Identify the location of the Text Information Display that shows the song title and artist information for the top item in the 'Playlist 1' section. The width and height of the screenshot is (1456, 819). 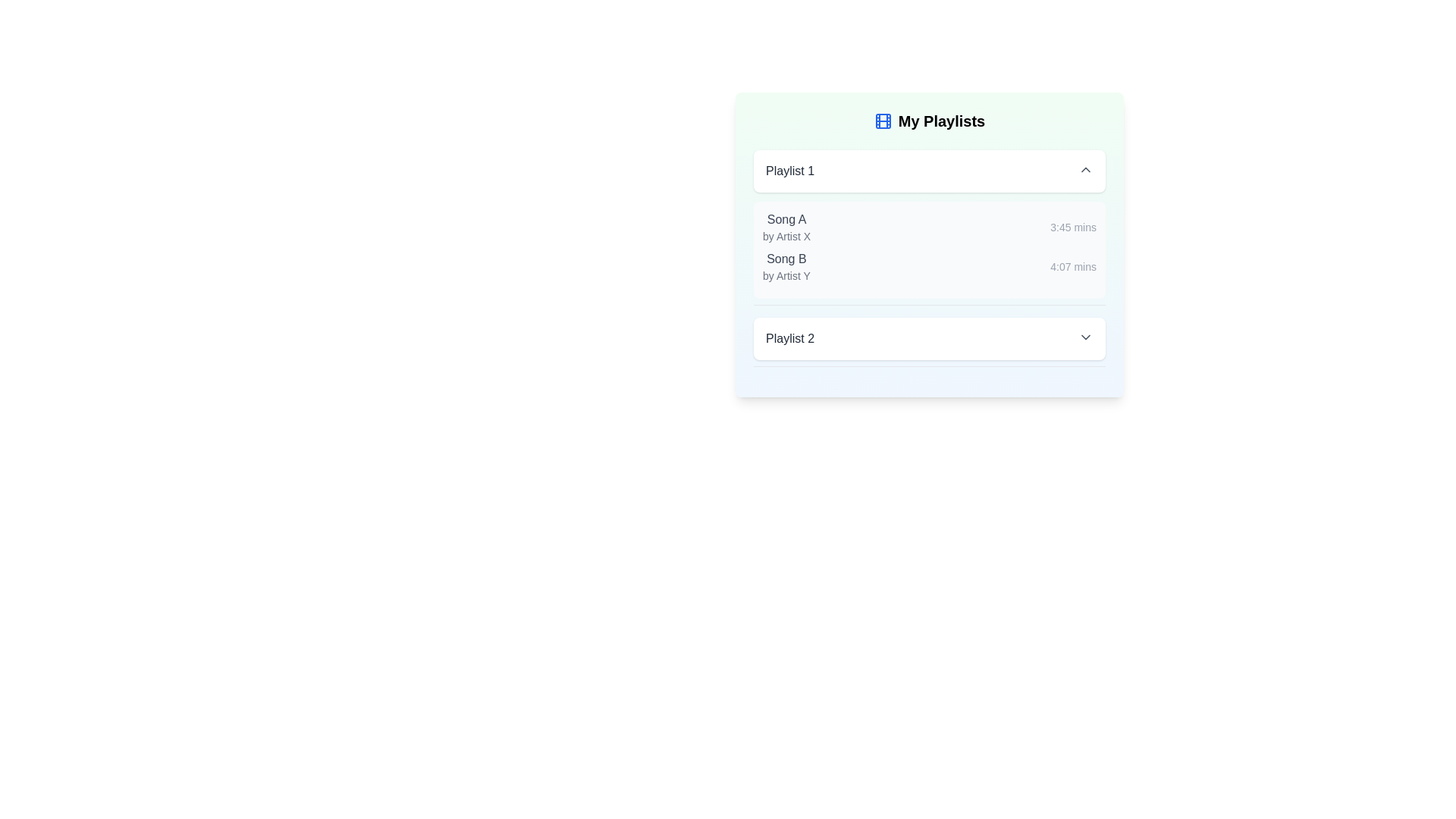
(786, 227).